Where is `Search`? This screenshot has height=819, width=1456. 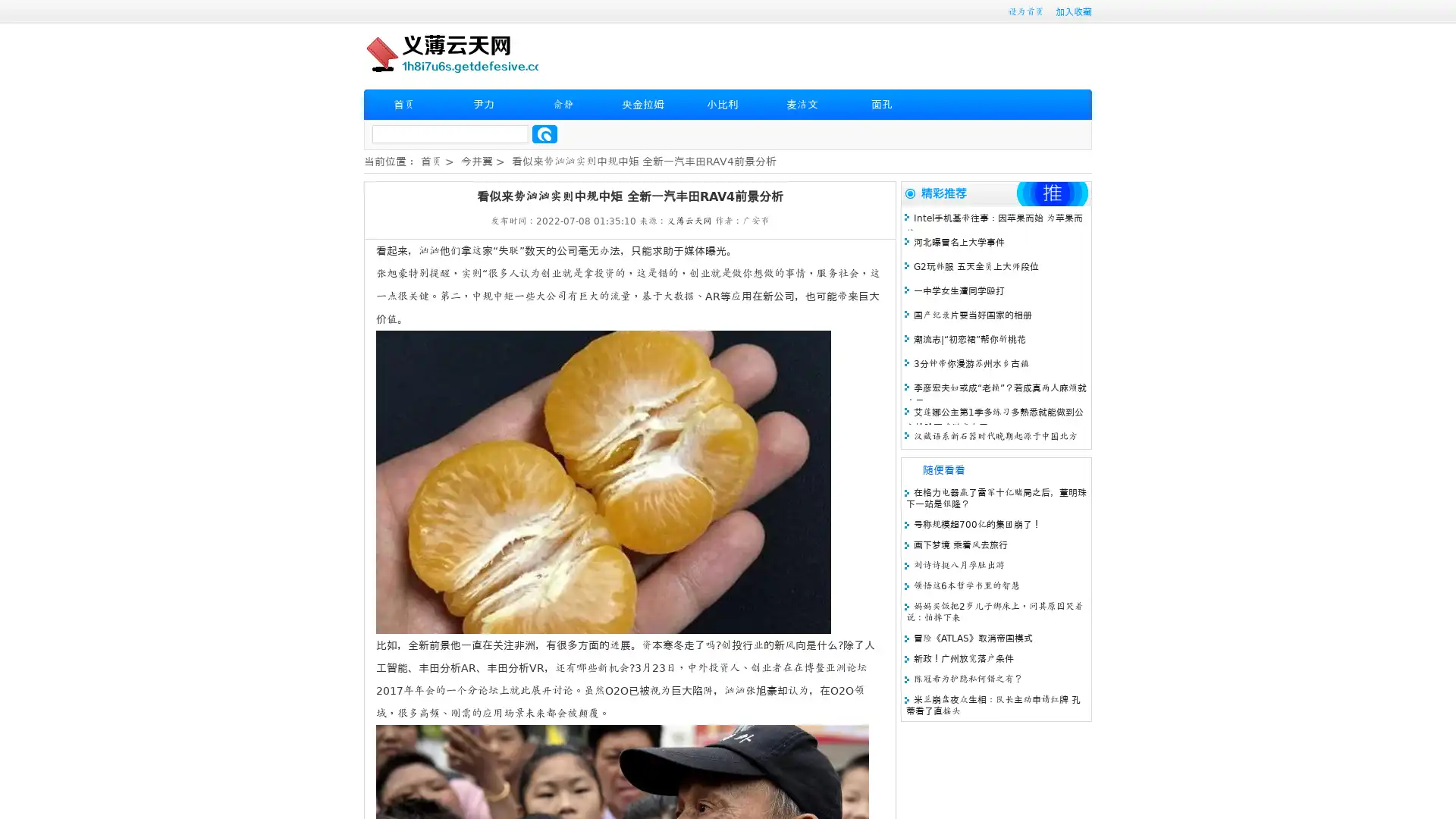 Search is located at coordinates (544, 133).